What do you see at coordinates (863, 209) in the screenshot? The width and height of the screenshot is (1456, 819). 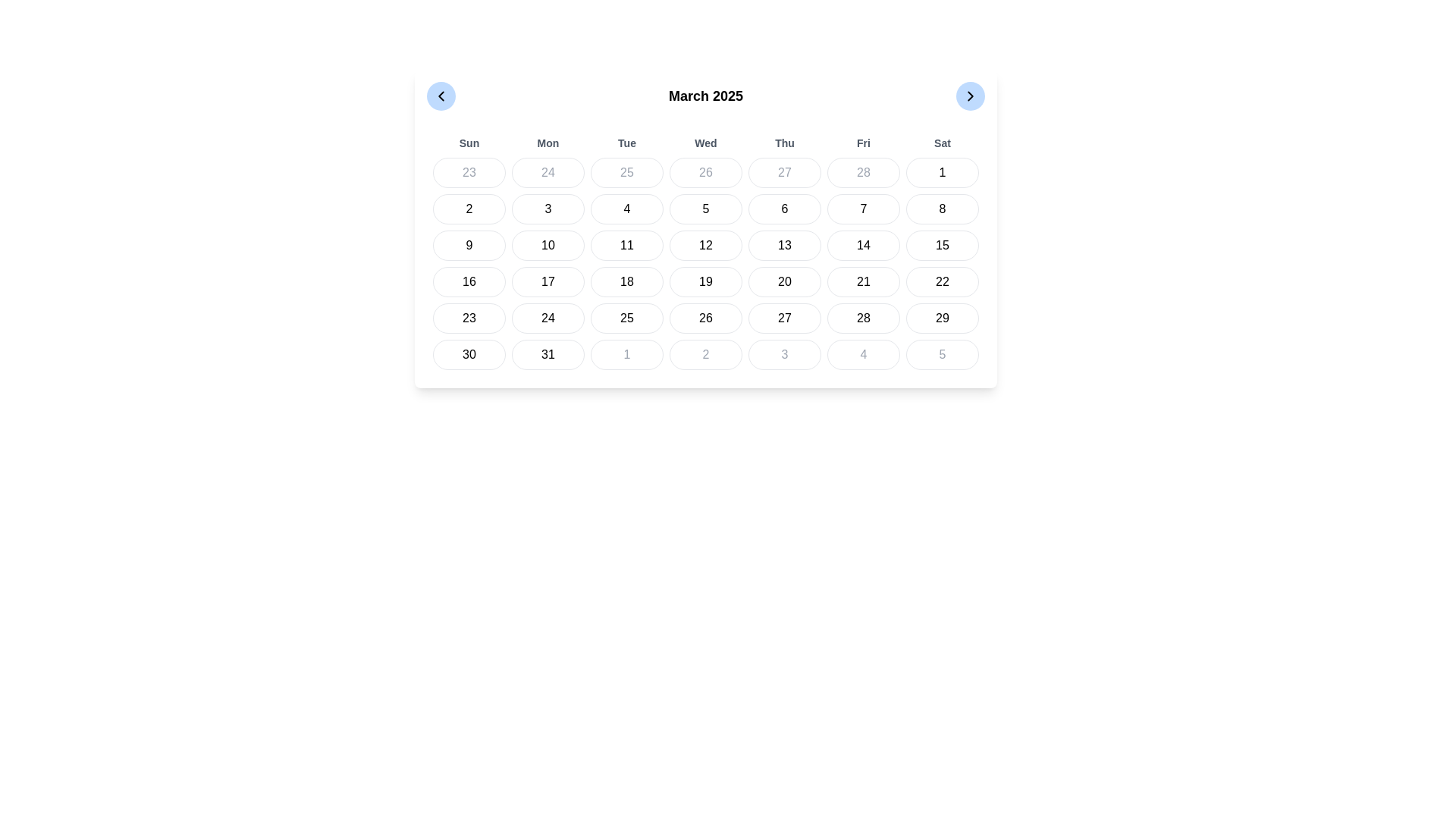 I see `the button displaying the numeral '7', which is the sixth button in a row of weekly calendar buttons, to trigger extended actions` at bounding box center [863, 209].